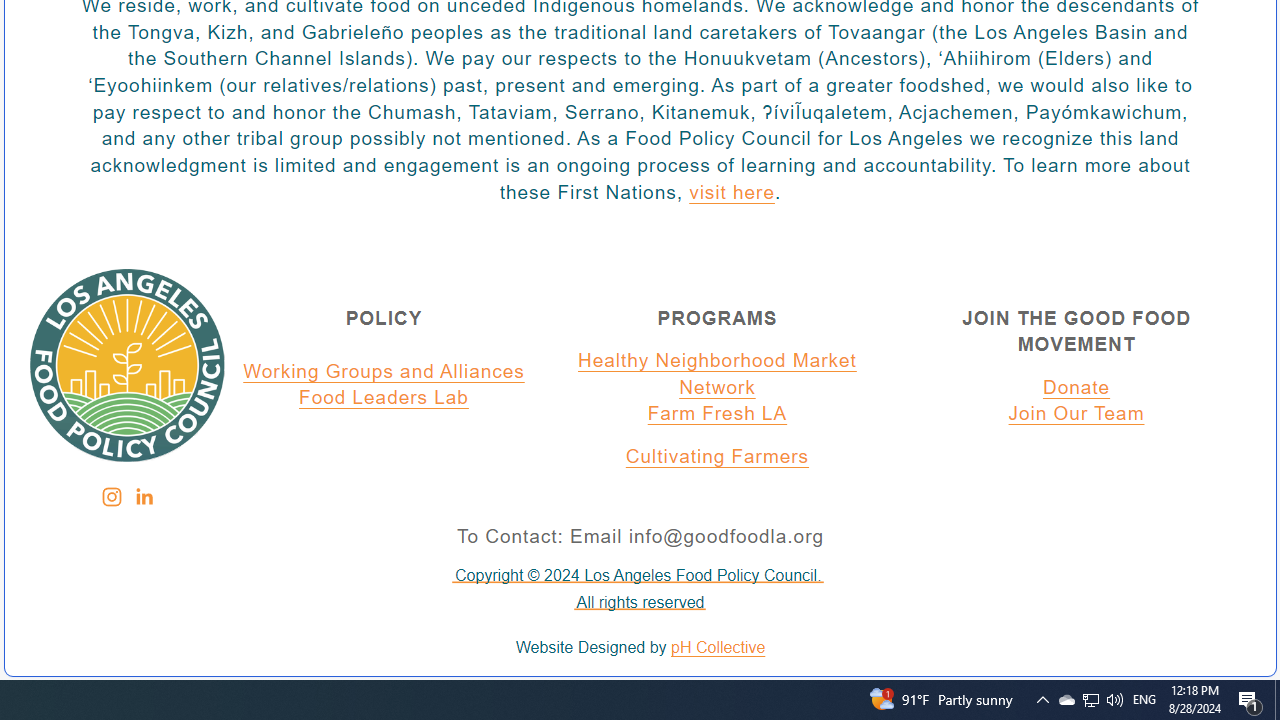 This screenshot has height=720, width=1280. I want to click on 'Working Groups and Alliances', so click(384, 371).